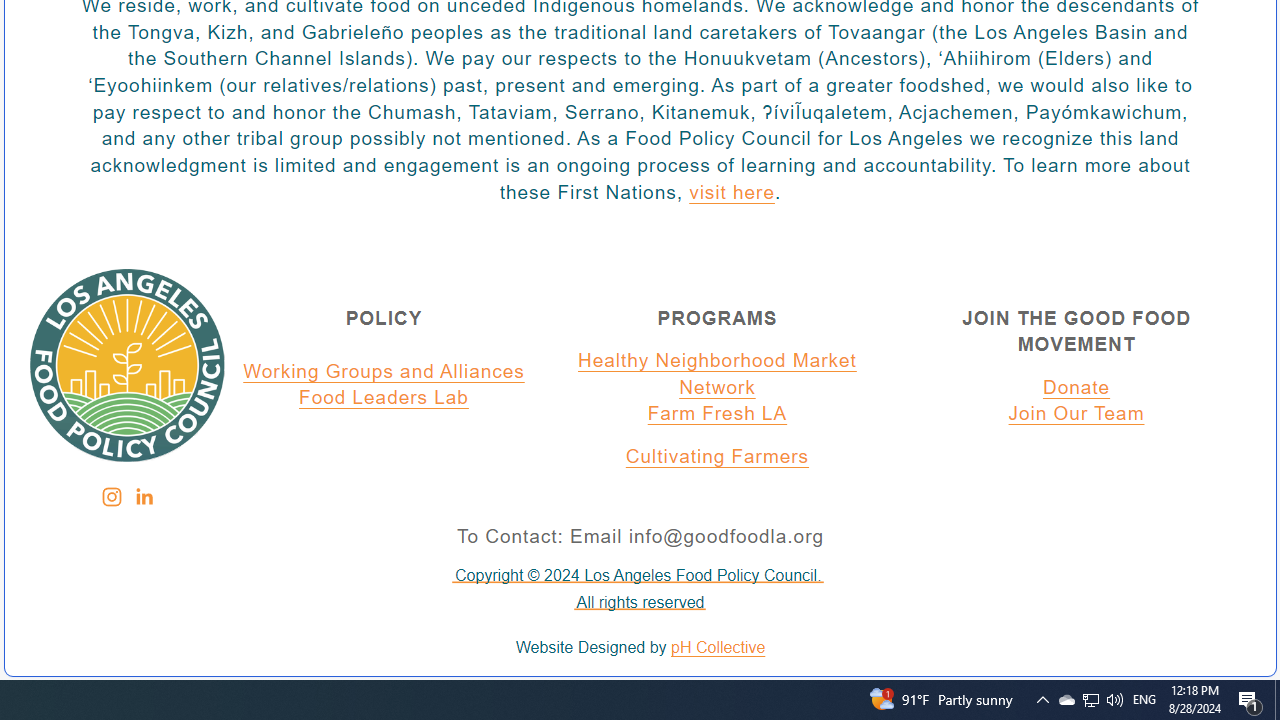 This screenshot has height=720, width=1280. I want to click on 'Working Groups and Alliances', so click(384, 371).